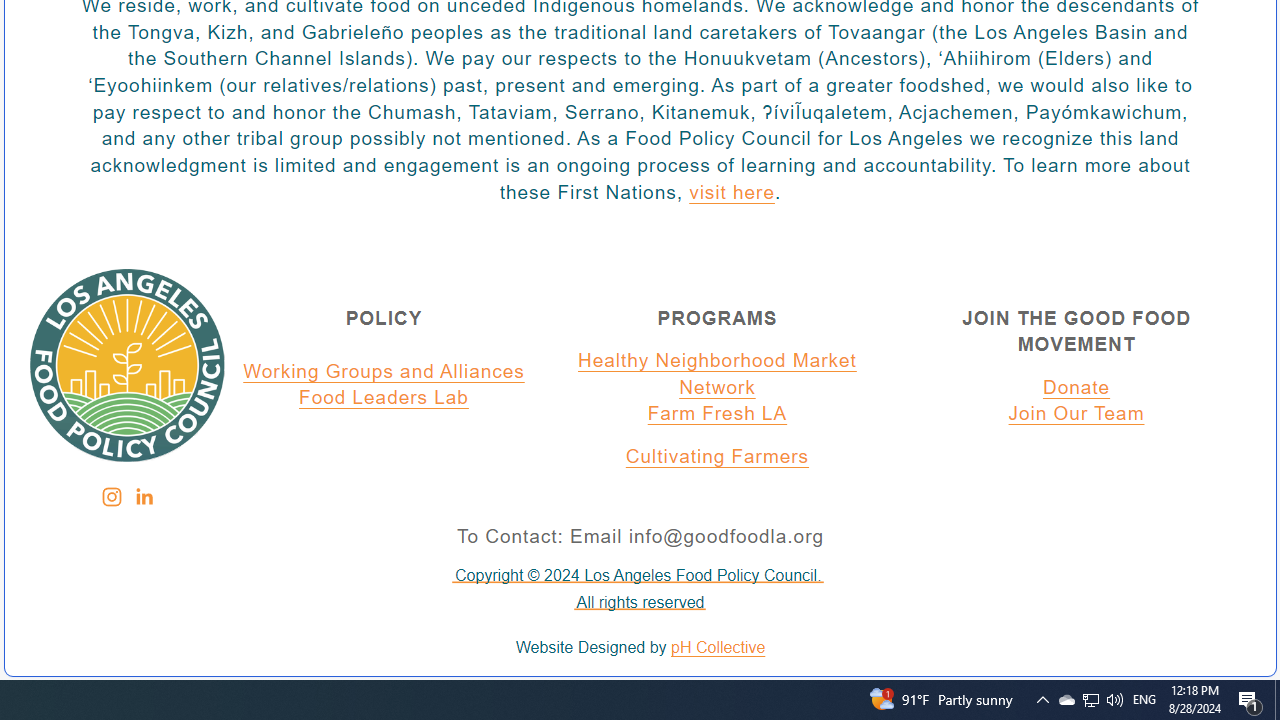 This screenshot has height=720, width=1280. I want to click on 'Working Groups and Alliances', so click(384, 371).